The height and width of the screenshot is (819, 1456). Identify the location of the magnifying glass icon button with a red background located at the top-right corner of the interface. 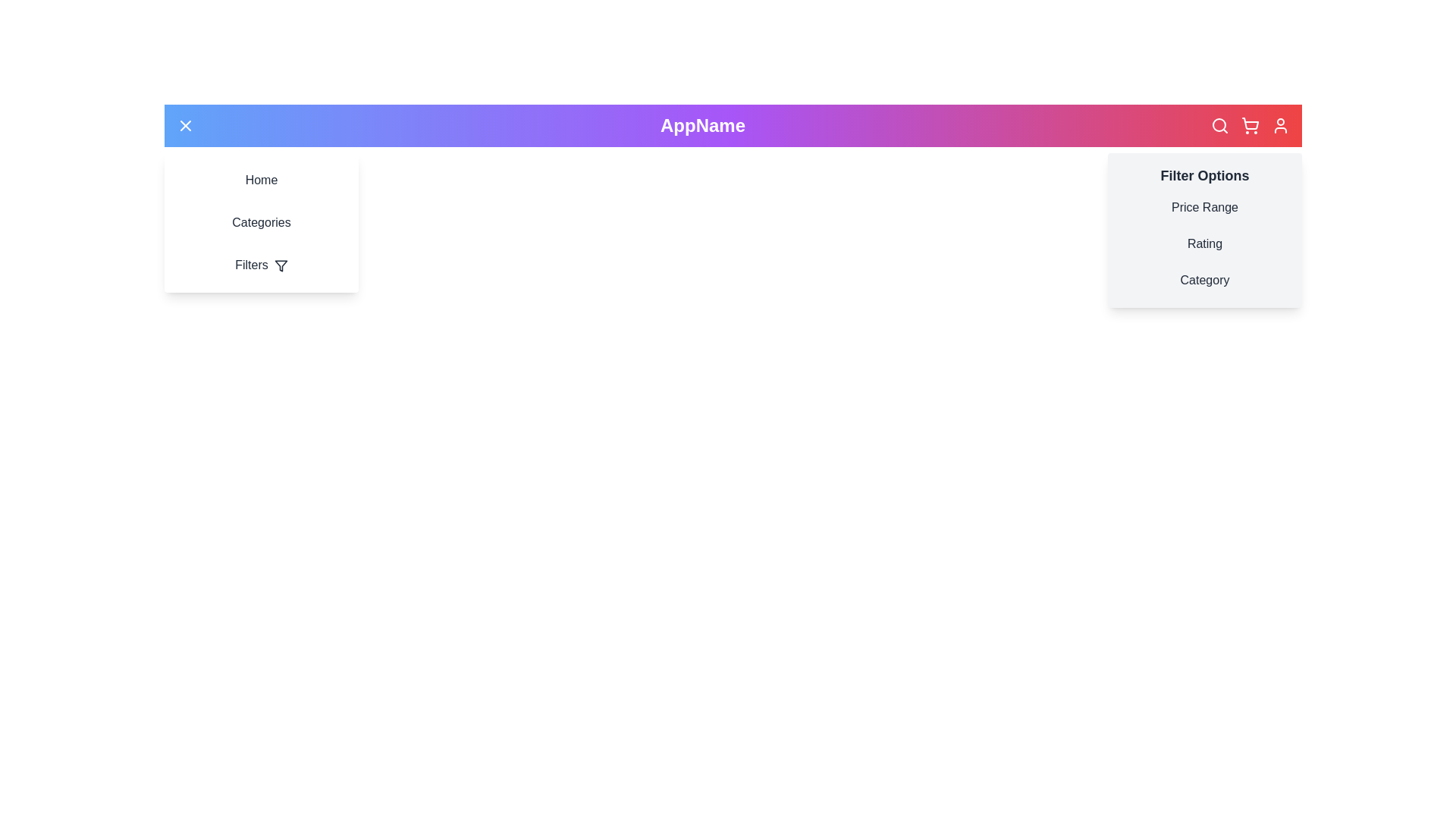
(1219, 124).